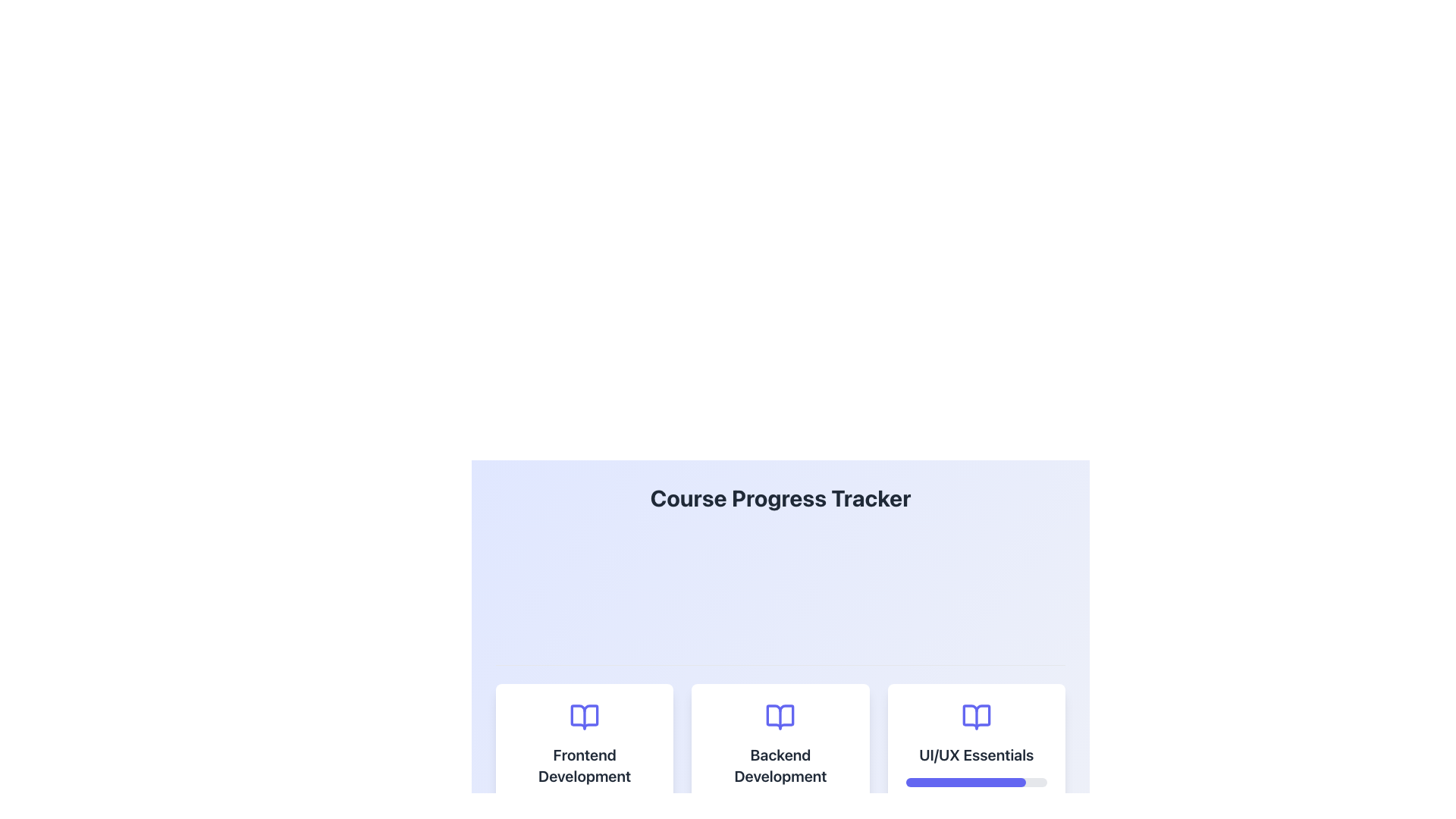 The height and width of the screenshot is (819, 1456). I want to click on the progress indication on the progress bar for the 'UI/UX Essentials' course, which visually represents the percentage of the course completed, so click(976, 783).